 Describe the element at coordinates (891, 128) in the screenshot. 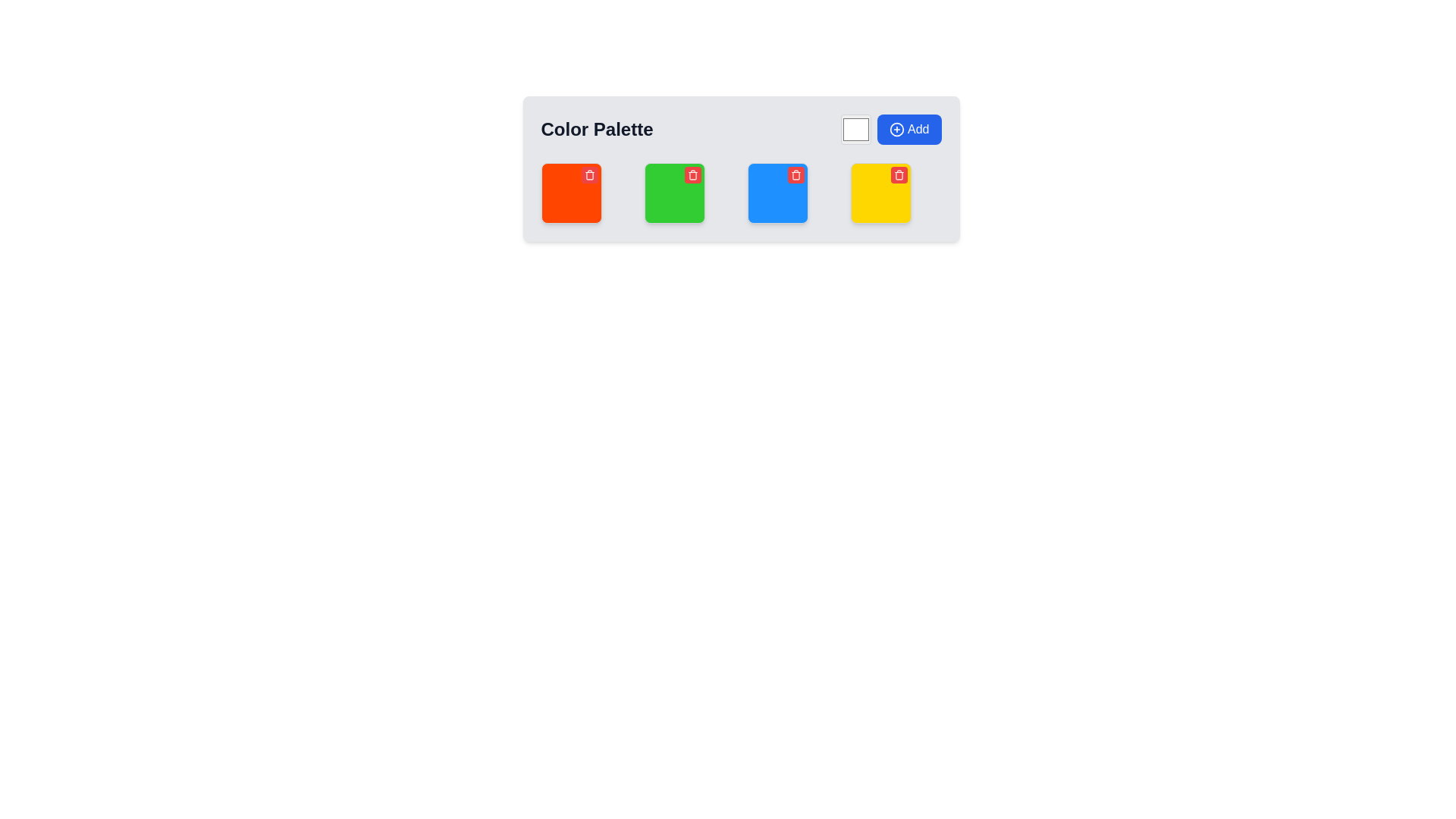

I see `the button located in the 'Color Palette' section, positioned far right and immediately to the right of a square white color box` at that location.